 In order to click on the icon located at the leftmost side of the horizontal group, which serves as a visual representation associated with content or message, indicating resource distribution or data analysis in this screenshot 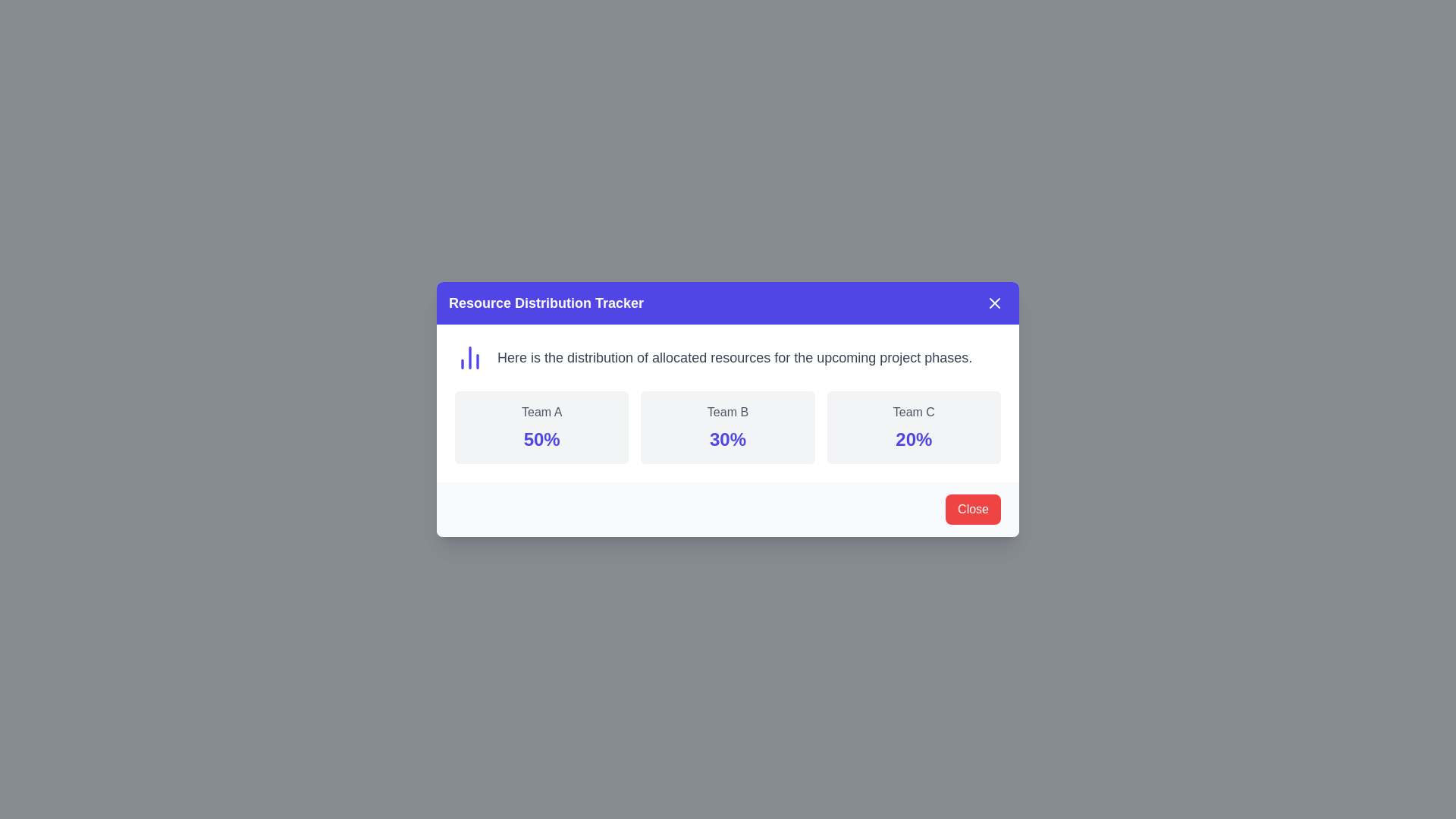, I will do `click(469, 357)`.